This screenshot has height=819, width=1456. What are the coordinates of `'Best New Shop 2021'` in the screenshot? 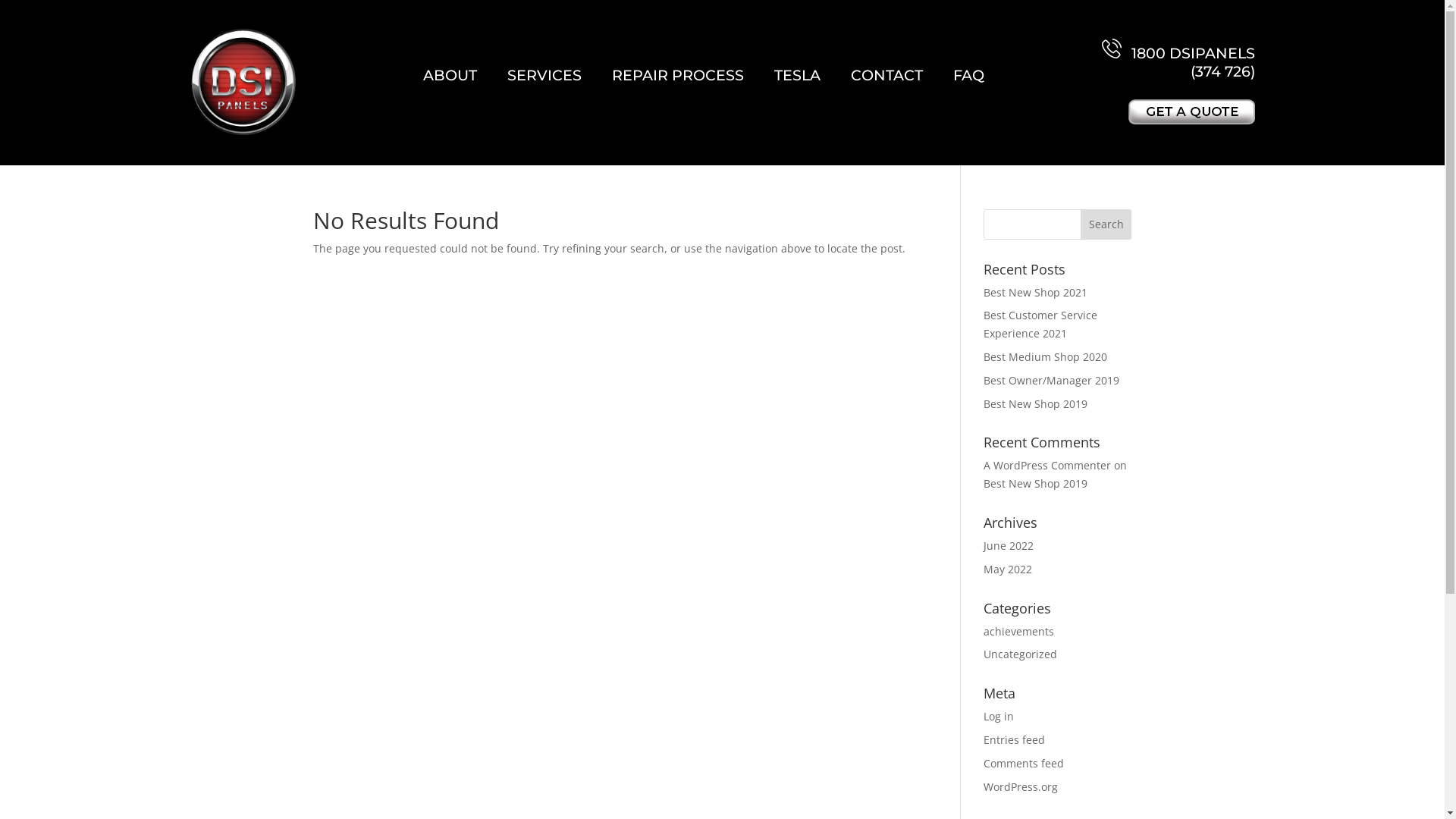 It's located at (1034, 292).